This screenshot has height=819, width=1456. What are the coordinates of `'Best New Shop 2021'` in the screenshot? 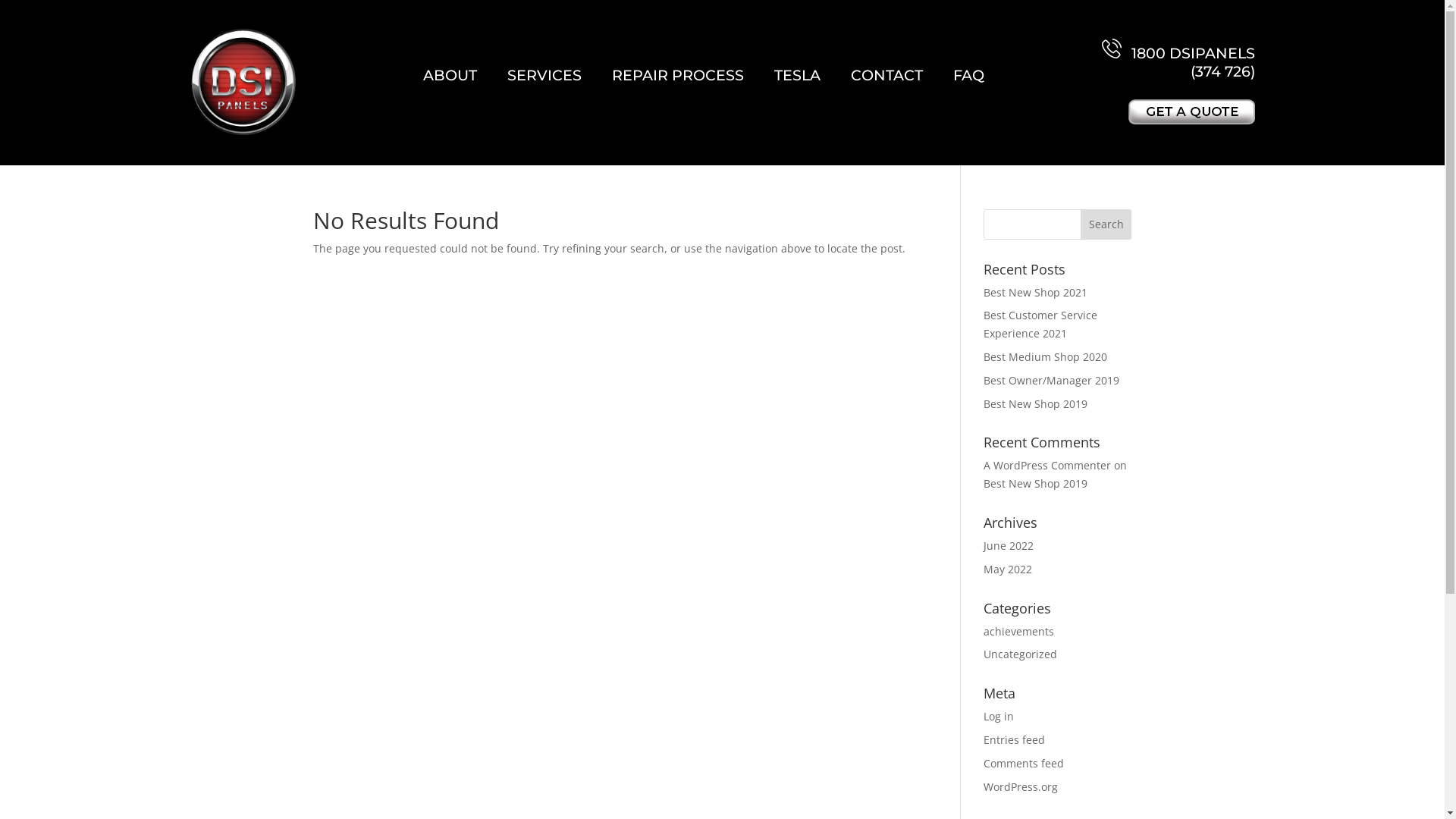 It's located at (1034, 292).